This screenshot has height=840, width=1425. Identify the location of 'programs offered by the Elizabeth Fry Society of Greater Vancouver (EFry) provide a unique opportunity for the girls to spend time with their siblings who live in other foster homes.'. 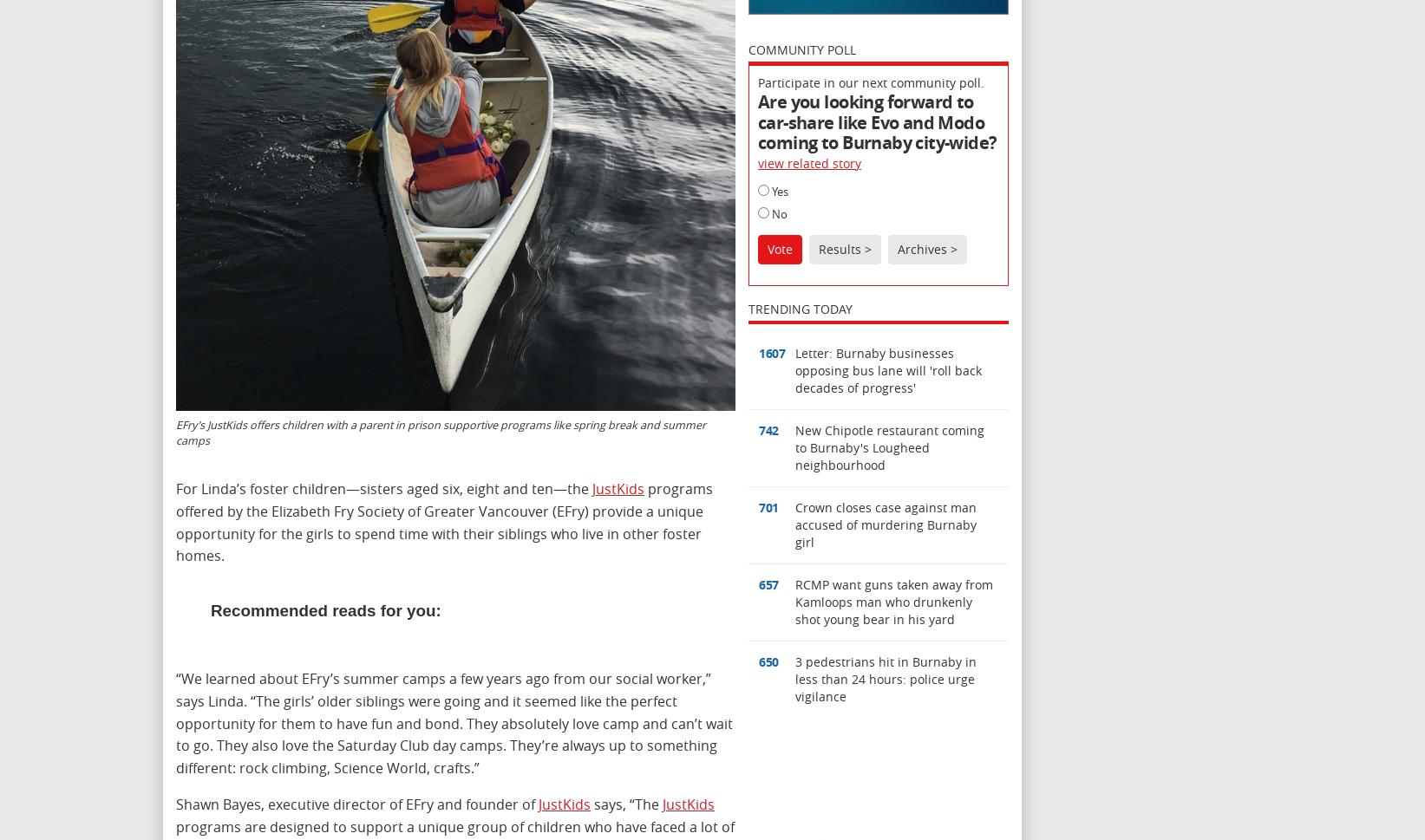
(443, 521).